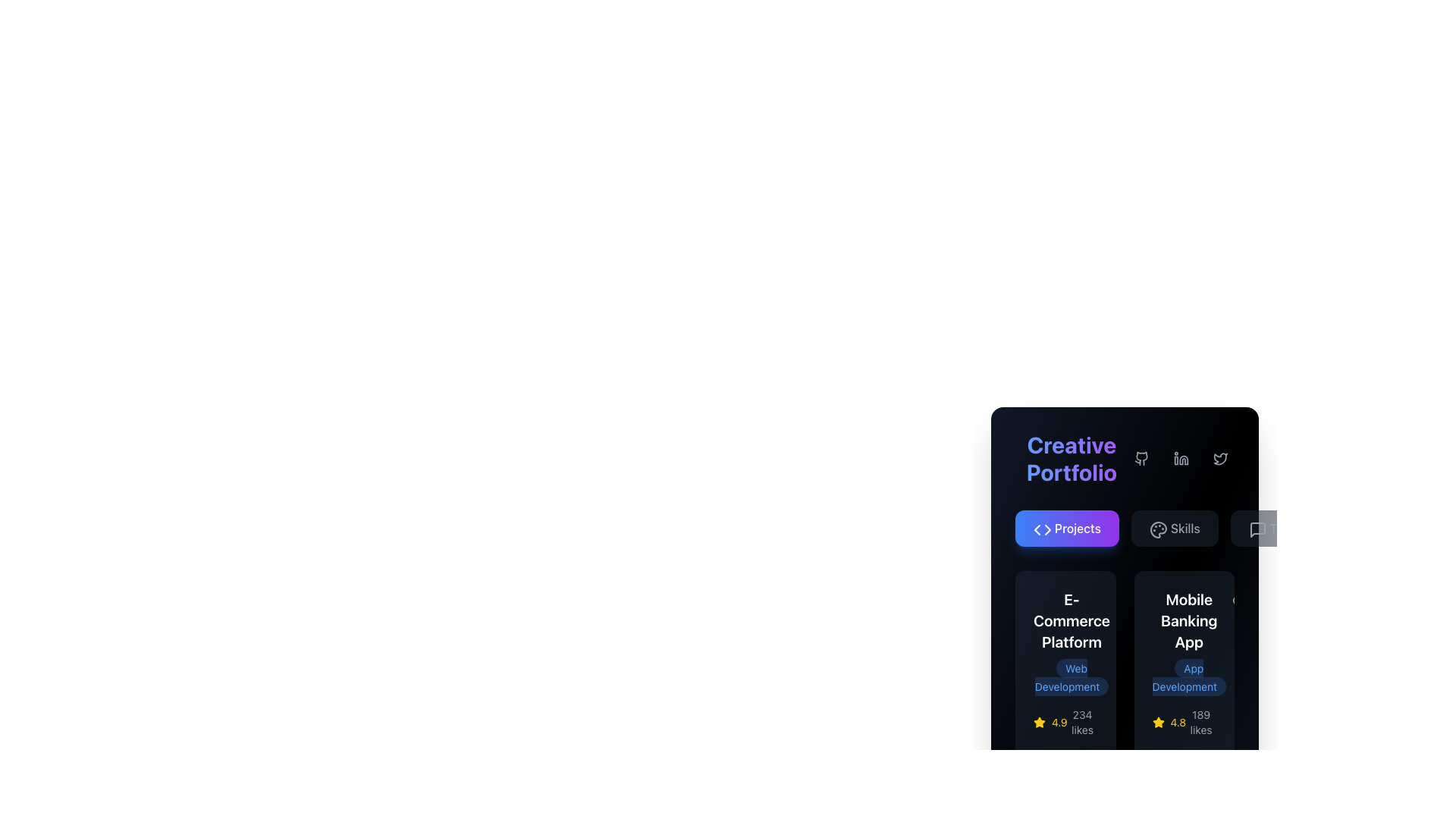 This screenshot has width=1456, height=819. I want to click on text from the styled subtitle of the first project in the portfolio grid list, which serves as an informational header above the rating and likes information, so click(1065, 642).